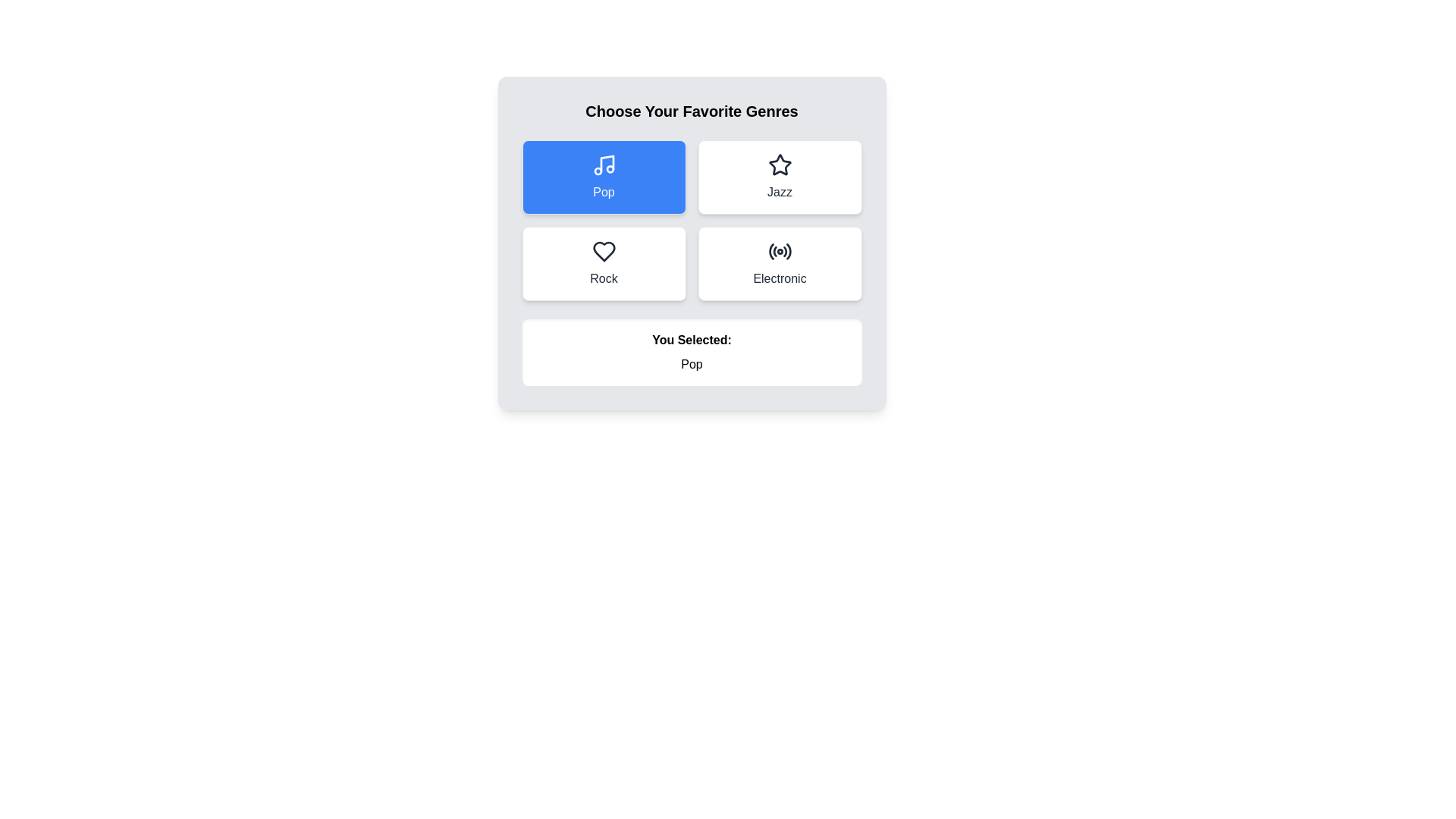 The image size is (1456, 819). I want to click on the genre Pop by clicking its button, so click(603, 177).